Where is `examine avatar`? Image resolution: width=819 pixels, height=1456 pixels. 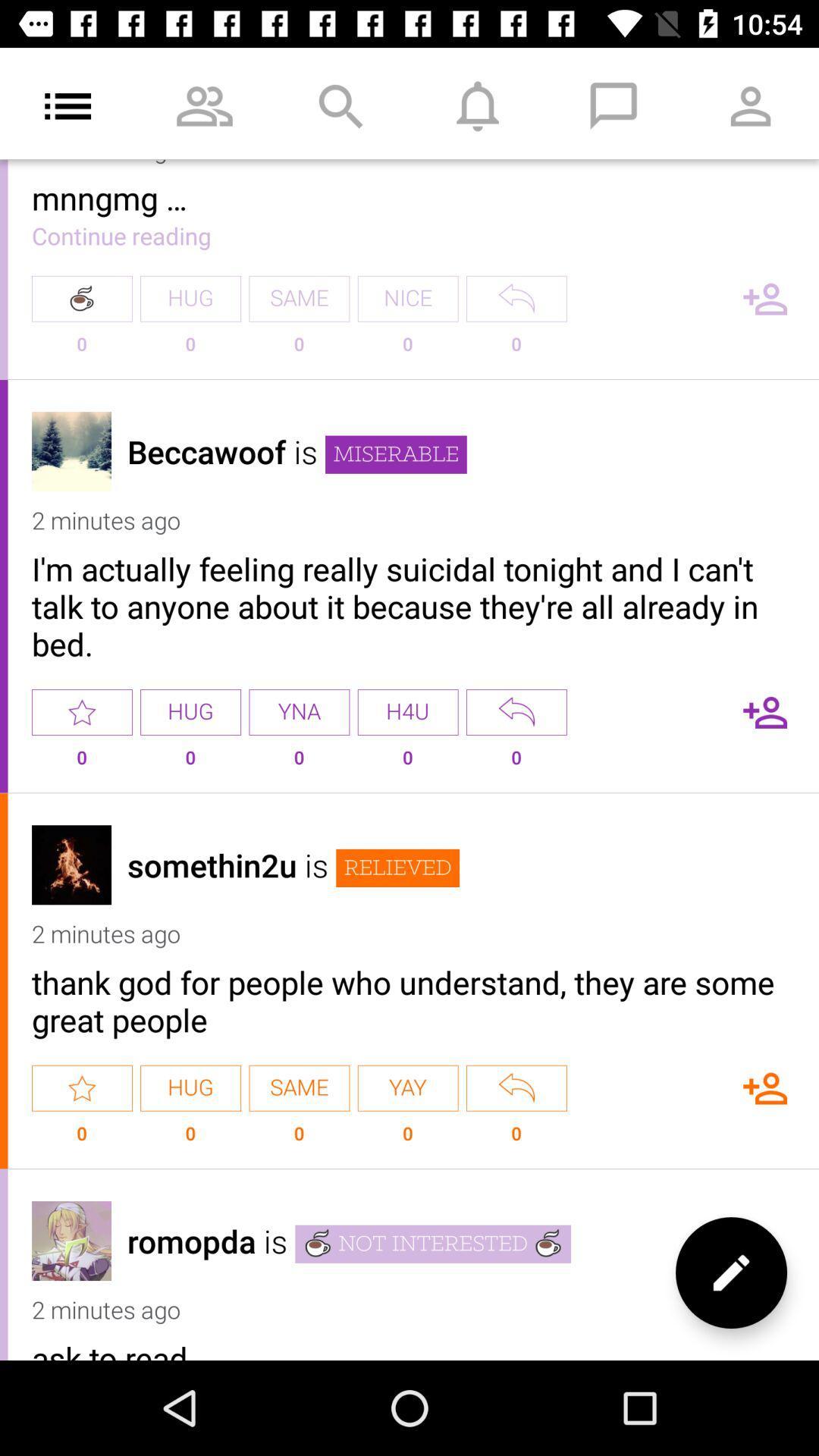
examine avatar is located at coordinates (71, 864).